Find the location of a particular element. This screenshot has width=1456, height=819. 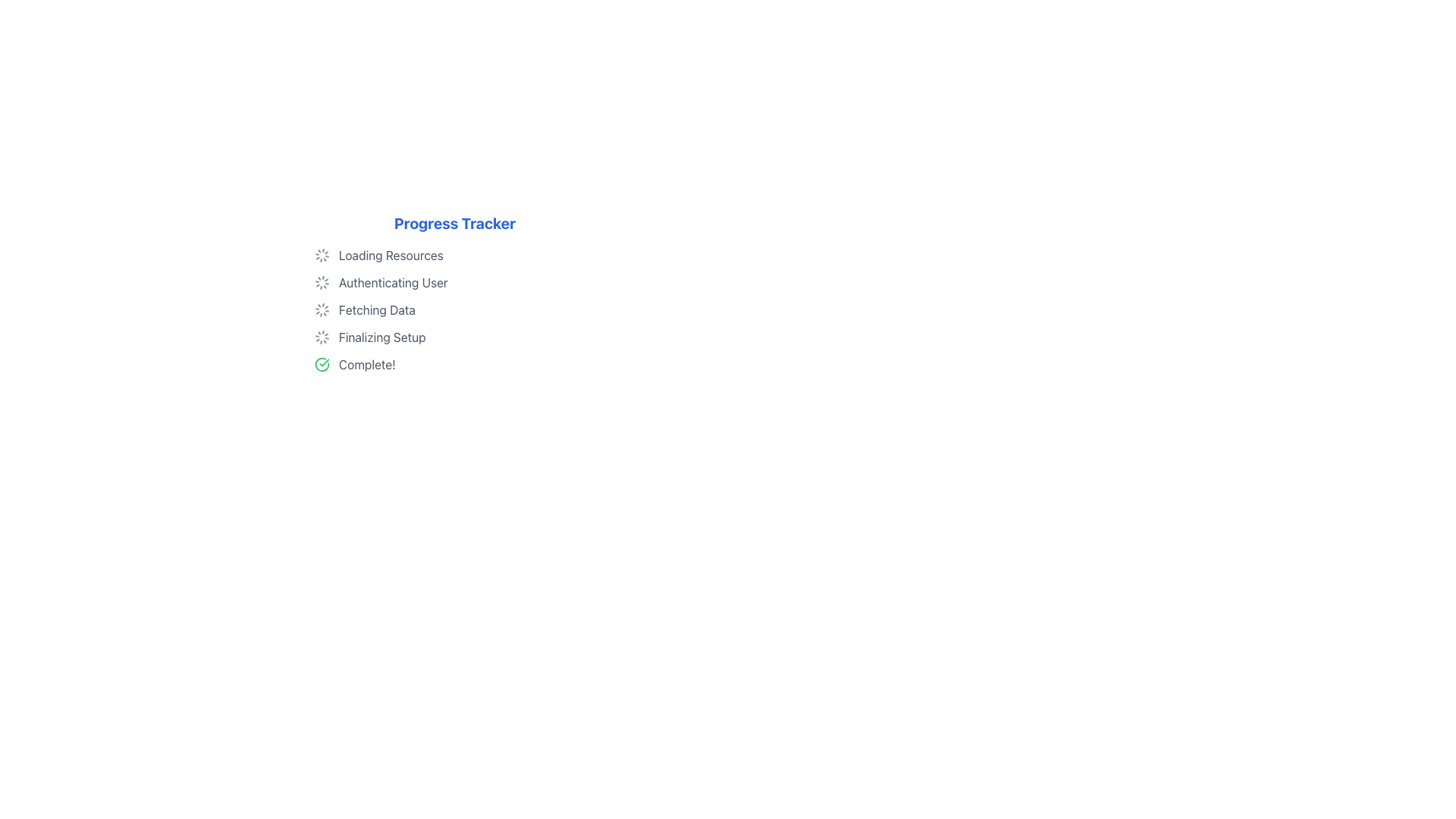

text from the text label that displays 'Finalizing Setup', which is styled in gray and is part of the progress tracking interface is located at coordinates (382, 336).